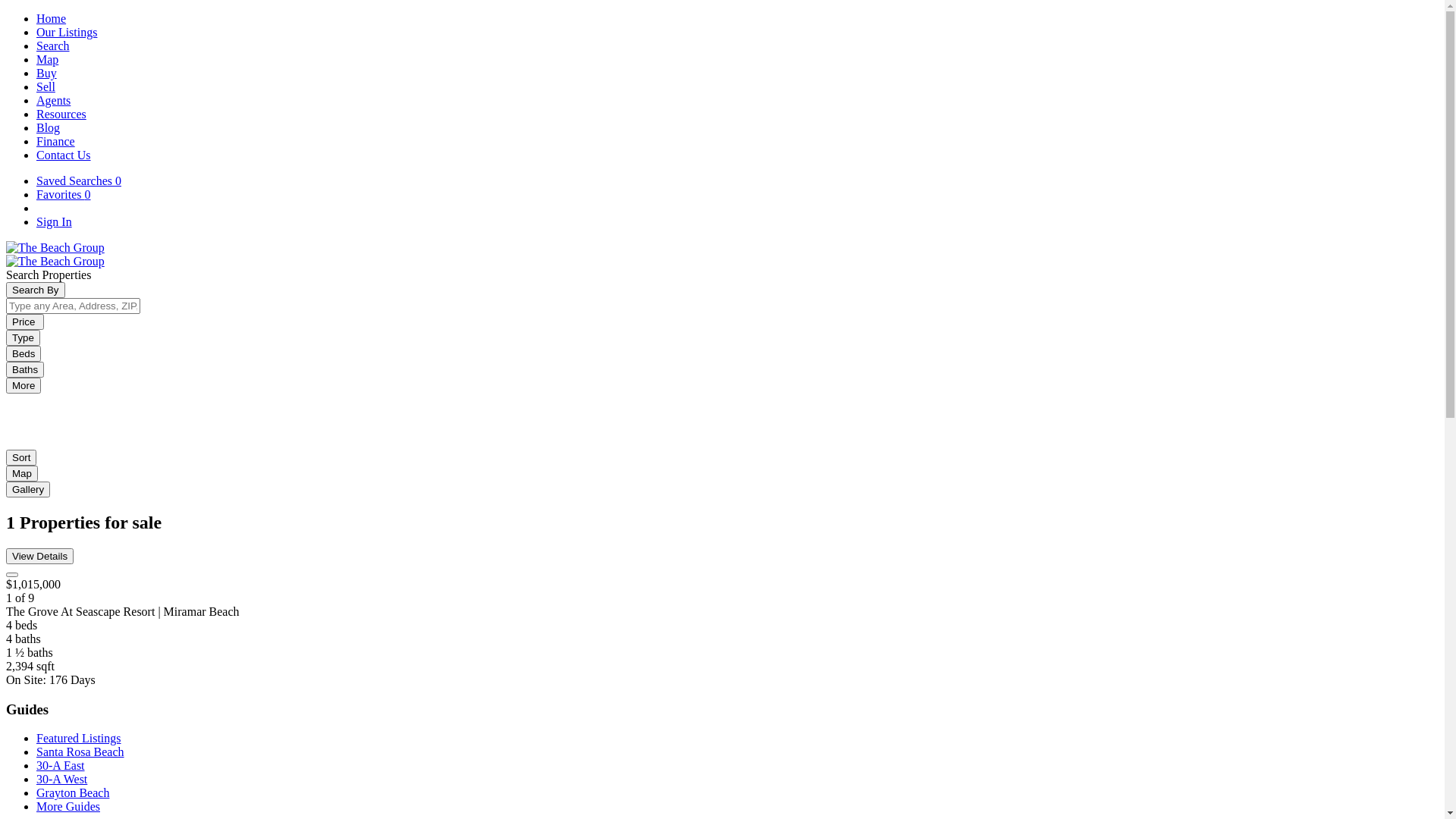 Image resolution: width=1456 pixels, height=819 pixels. I want to click on 'Search By', so click(36, 290).